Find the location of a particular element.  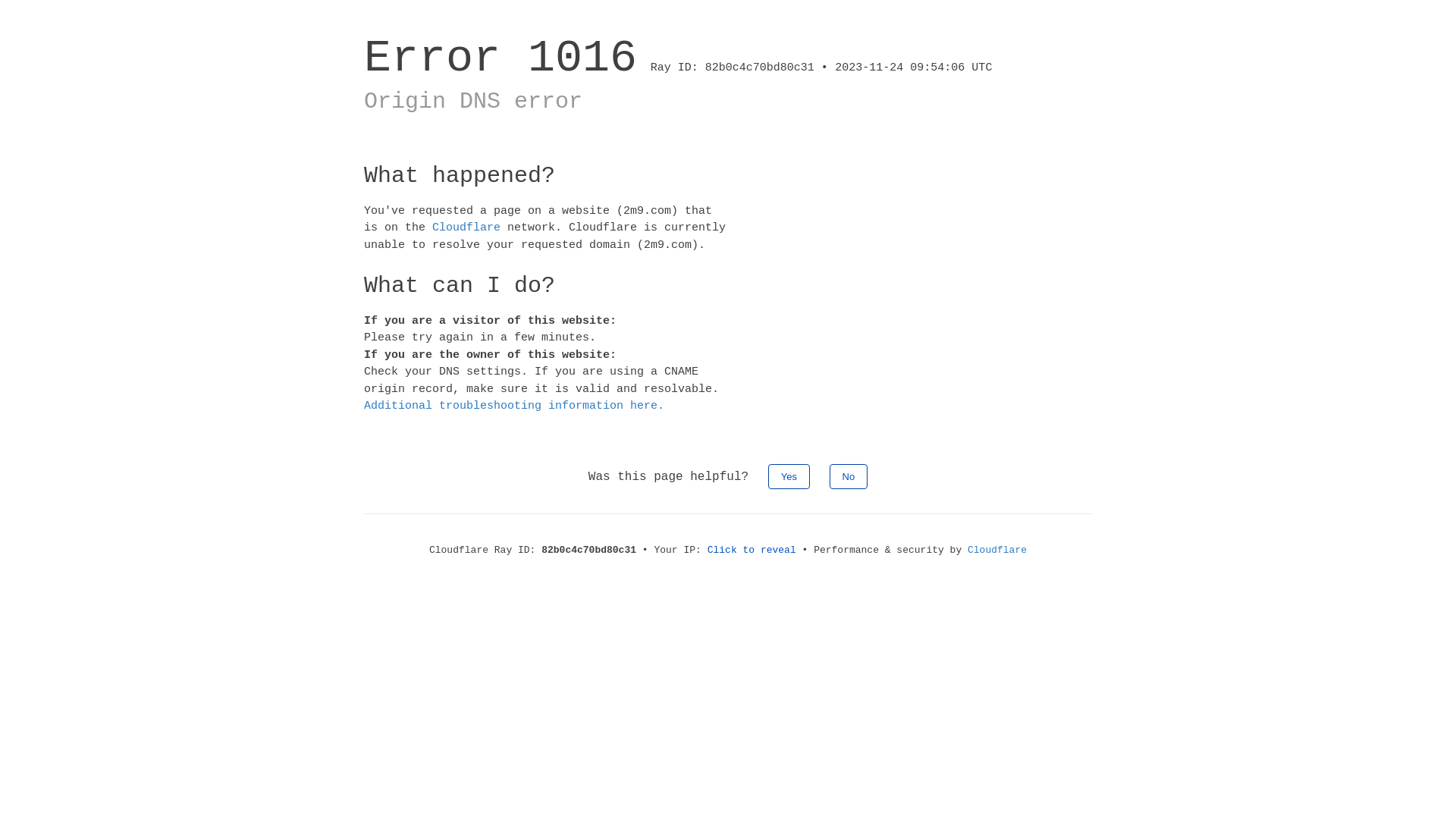

'Cloudflare' is located at coordinates (997, 550).